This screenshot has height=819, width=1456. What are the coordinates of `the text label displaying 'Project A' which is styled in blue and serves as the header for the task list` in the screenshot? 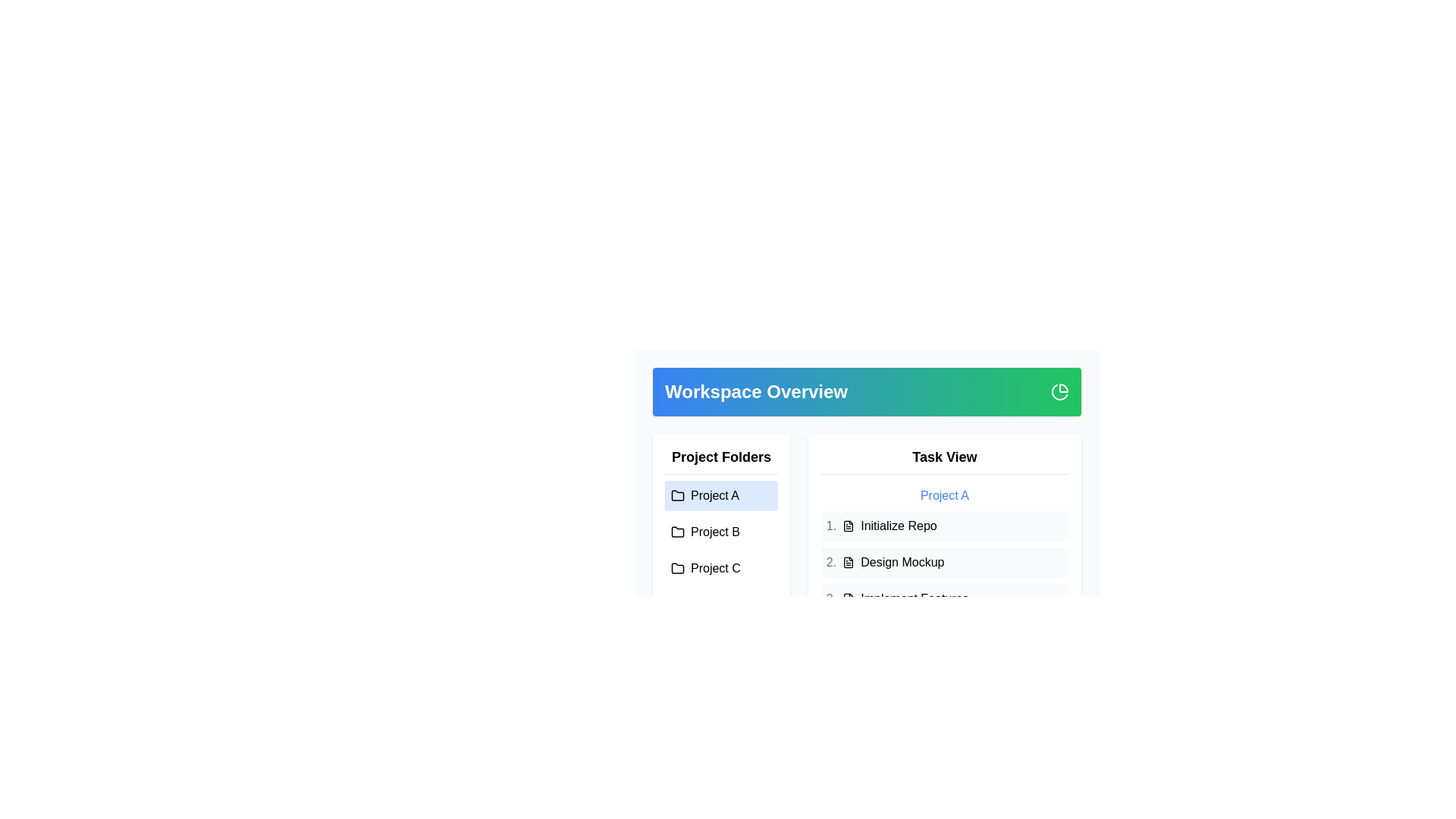 It's located at (943, 496).